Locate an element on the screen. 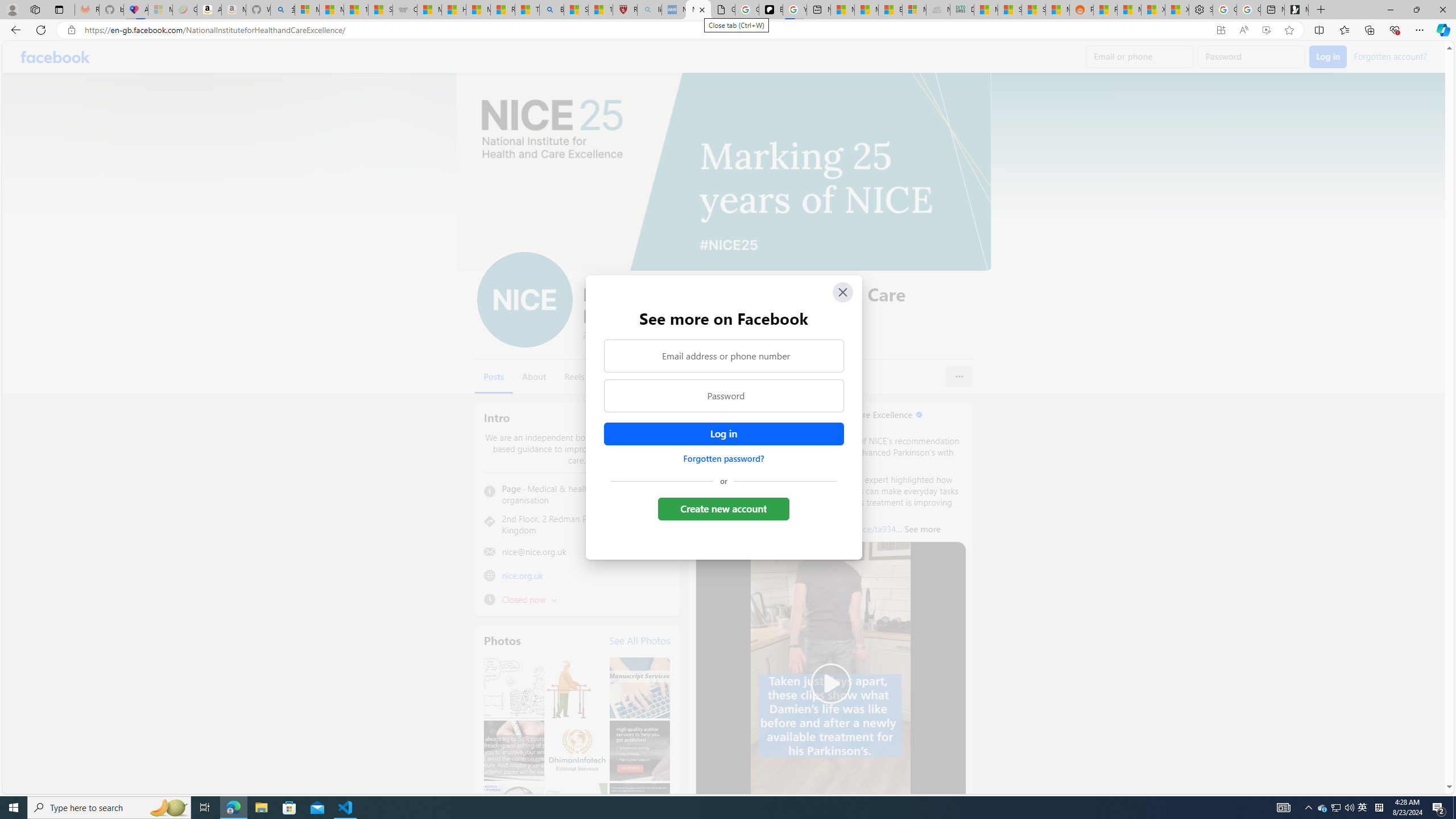 This screenshot has width=1456, height=819. 'Navy Quest' is located at coordinates (937, 9).